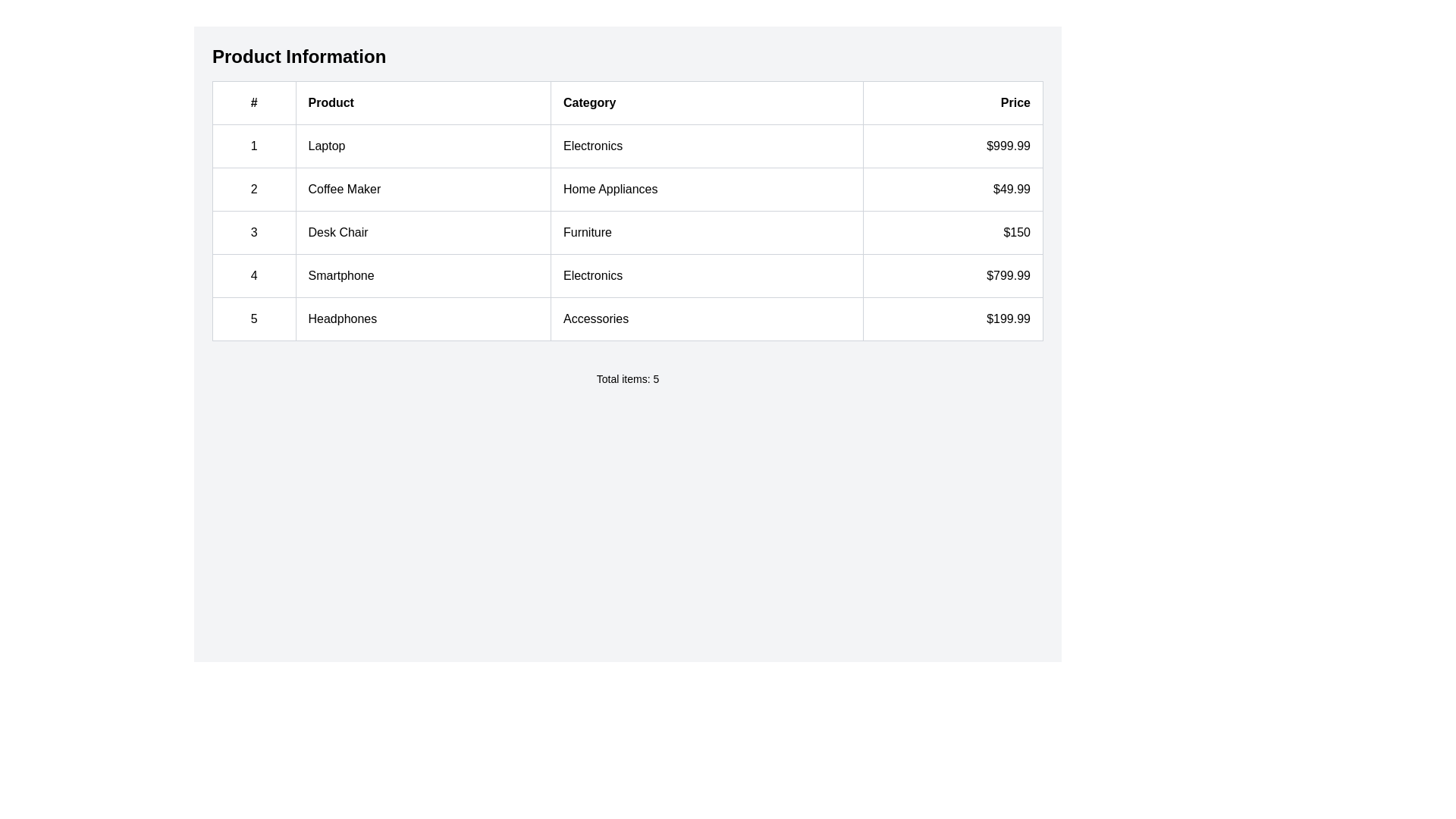 Image resolution: width=1456 pixels, height=819 pixels. I want to click on the sequence indicator label in the last row of the table, which is the first cell under the '#' column and to the left of the 'Headphones' cell, so click(254, 318).